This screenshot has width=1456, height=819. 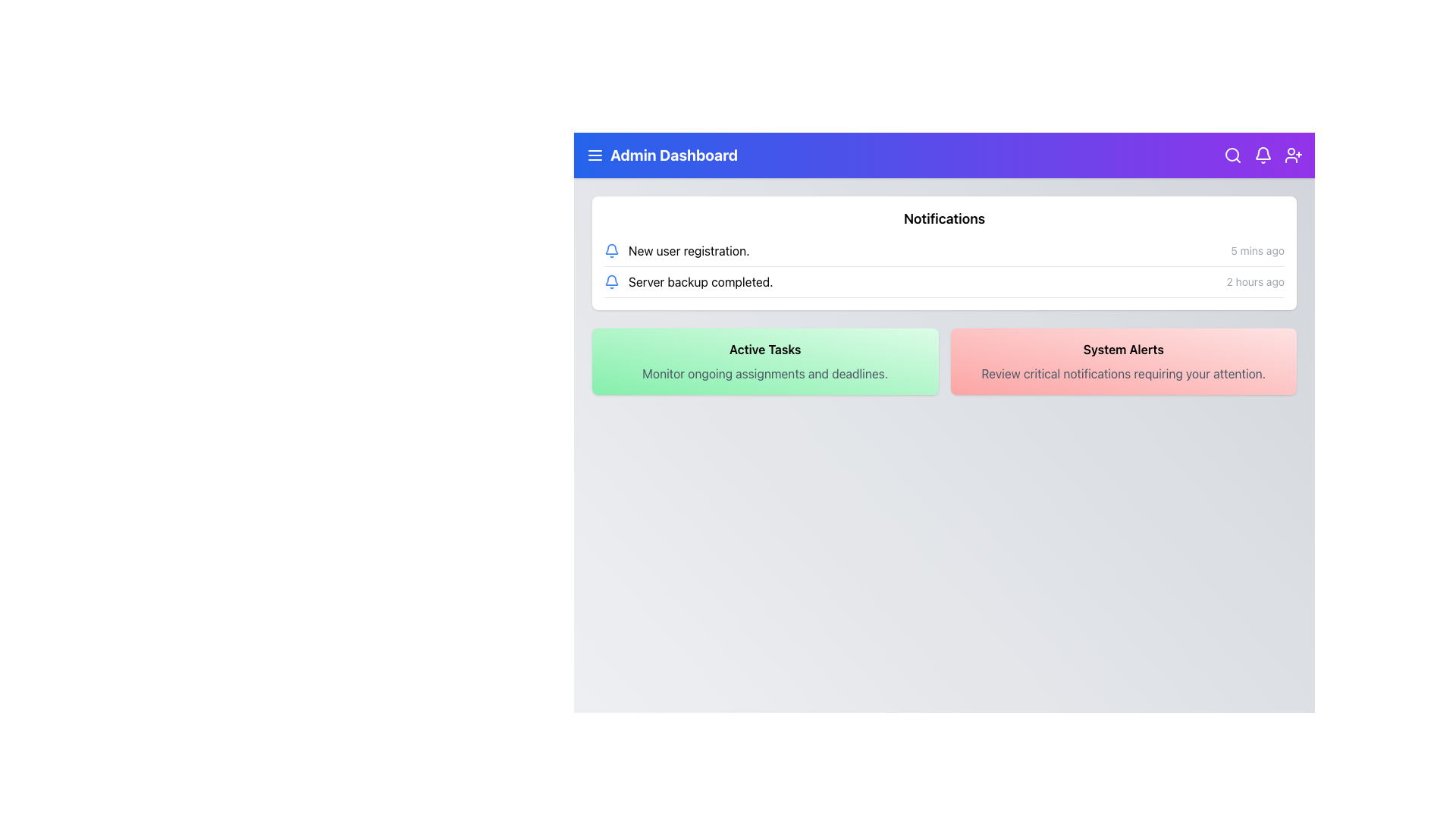 What do you see at coordinates (1232, 155) in the screenshot?
I see `the circular magnifying glass icon located in the top-right corner of the interface` at bounding box center [1232, 155].